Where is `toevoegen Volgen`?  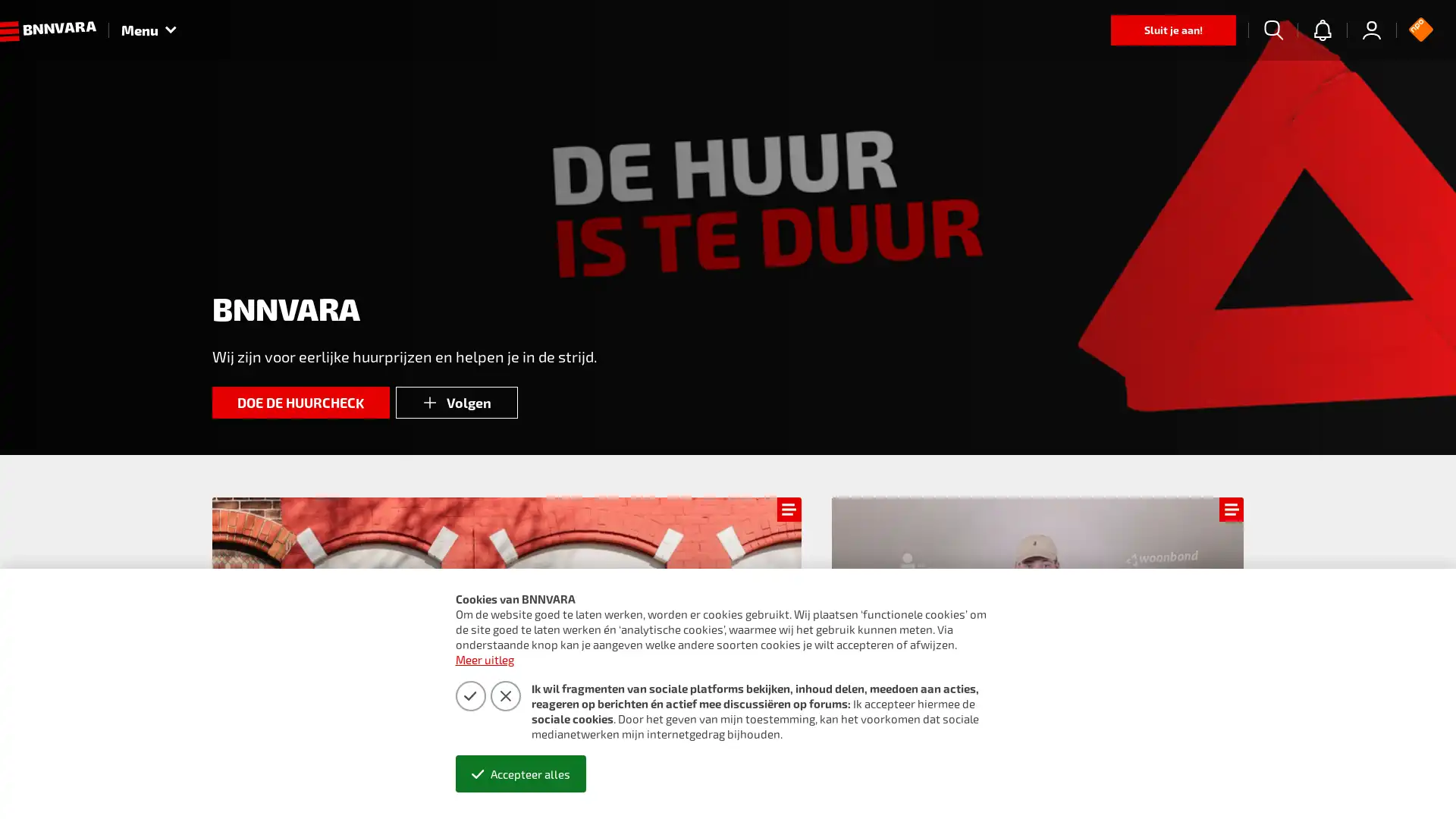 toevoegen Volgen is located at coordinates (456, 402).